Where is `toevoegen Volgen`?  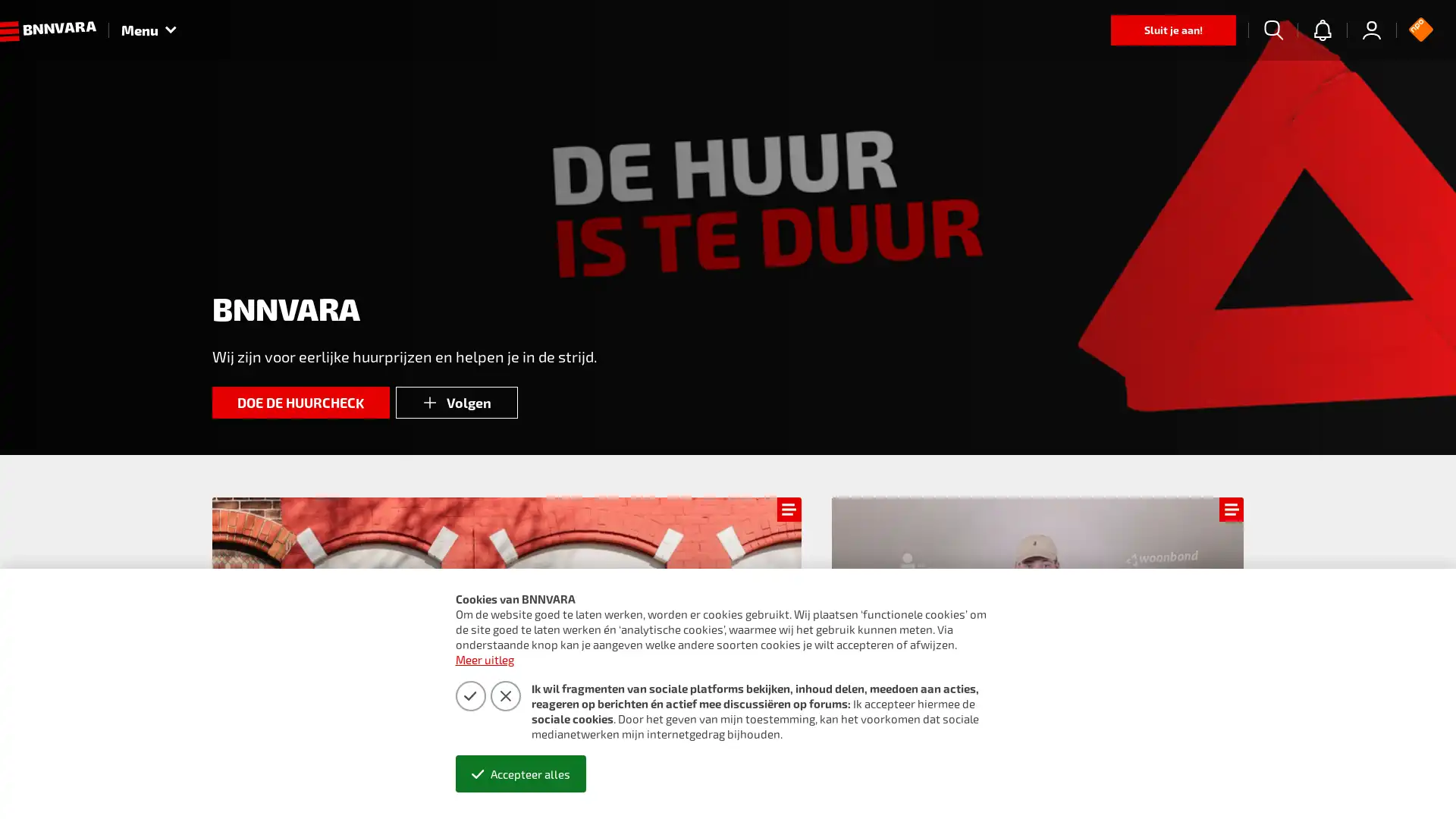 toevoegen Volgen is located at coordinates (456, 402).